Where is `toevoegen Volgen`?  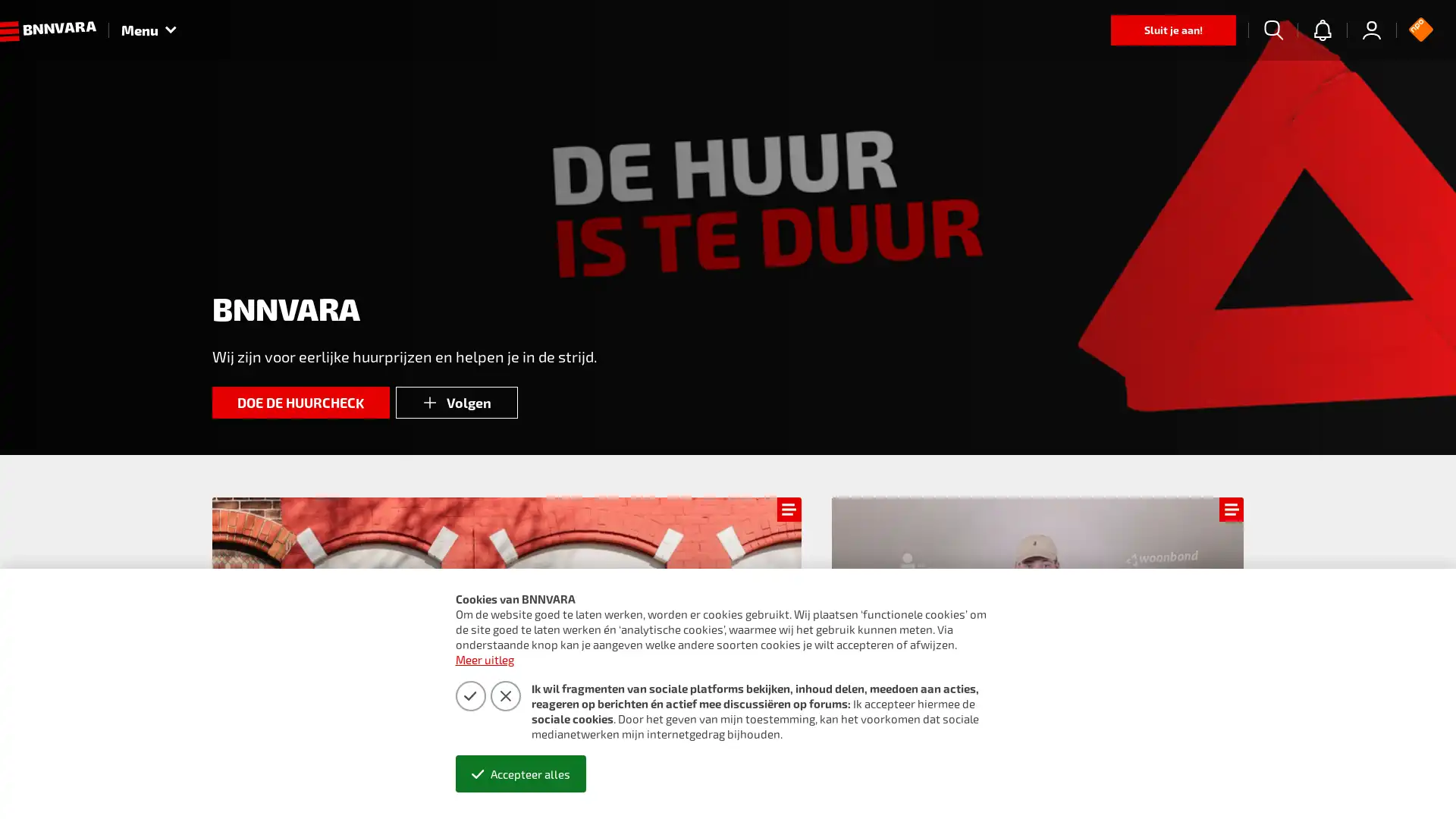 toevoegen Volgen is located at coordinates (456, 402).